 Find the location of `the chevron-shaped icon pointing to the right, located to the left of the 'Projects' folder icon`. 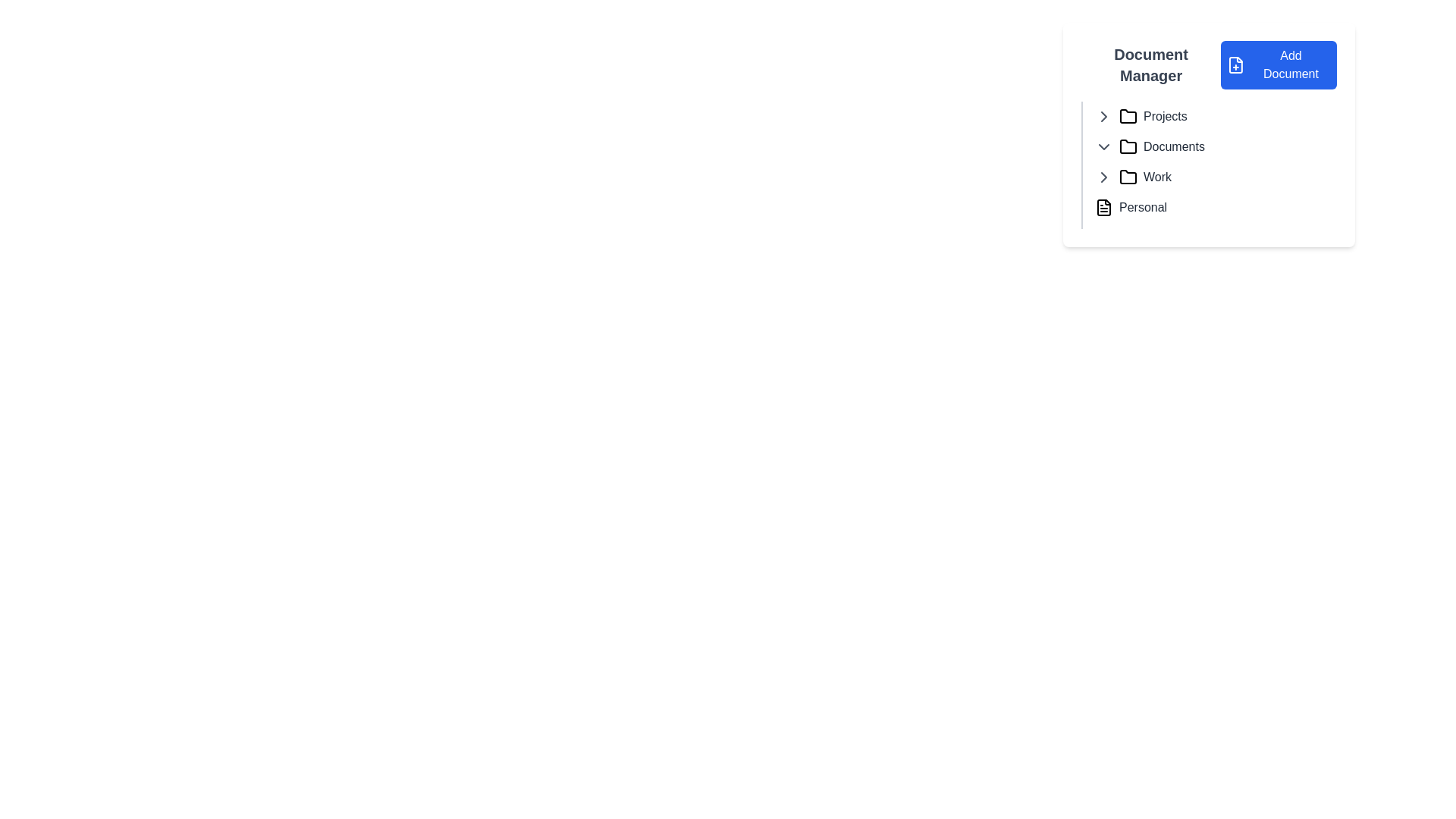

the chevron-shaped icon pointing to the right, located to the left of the 'Projects' folder icon is located at coordinates (1103, 116).